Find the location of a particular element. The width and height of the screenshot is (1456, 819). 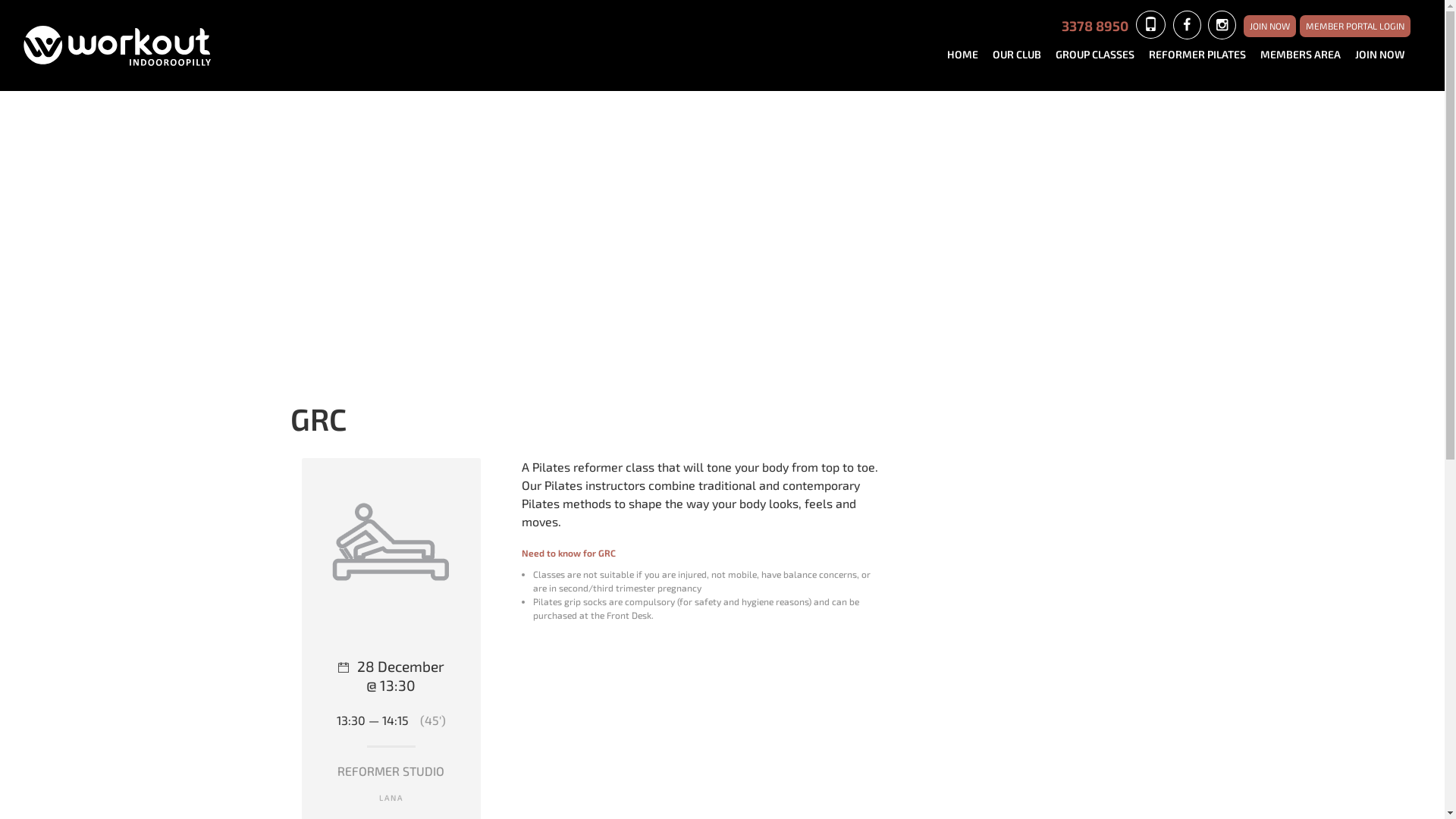

'JOIN NOW' is located at coordinates (1385, 54).